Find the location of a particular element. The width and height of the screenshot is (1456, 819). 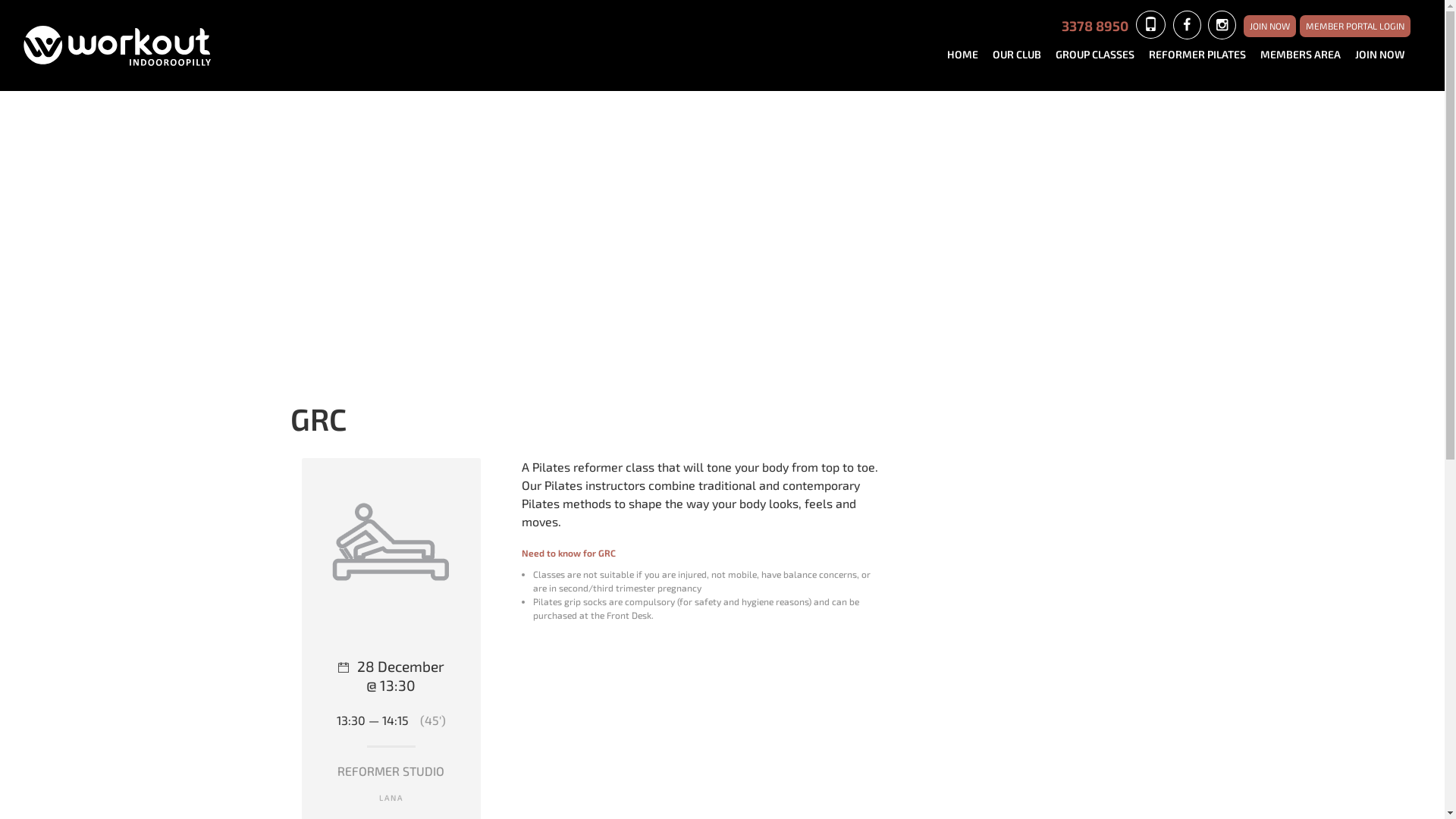

'JOIN NOW' is located at coordinates (1385, 54).